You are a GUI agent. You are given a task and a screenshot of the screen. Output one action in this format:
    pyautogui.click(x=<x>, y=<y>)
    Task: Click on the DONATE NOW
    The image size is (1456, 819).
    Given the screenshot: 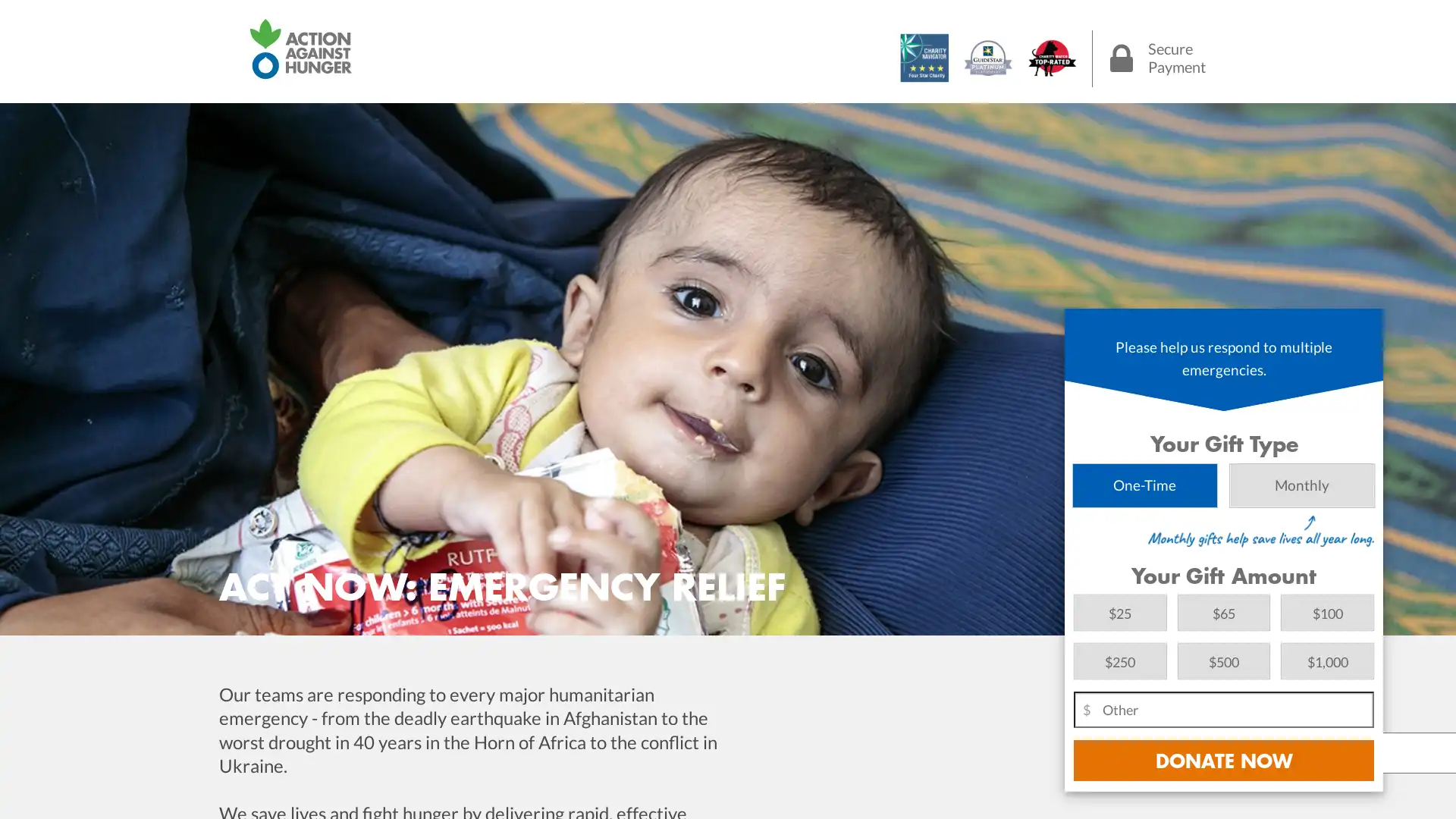 What is the action you would take?
    pyautogui.click(x=1223, y=760)
    